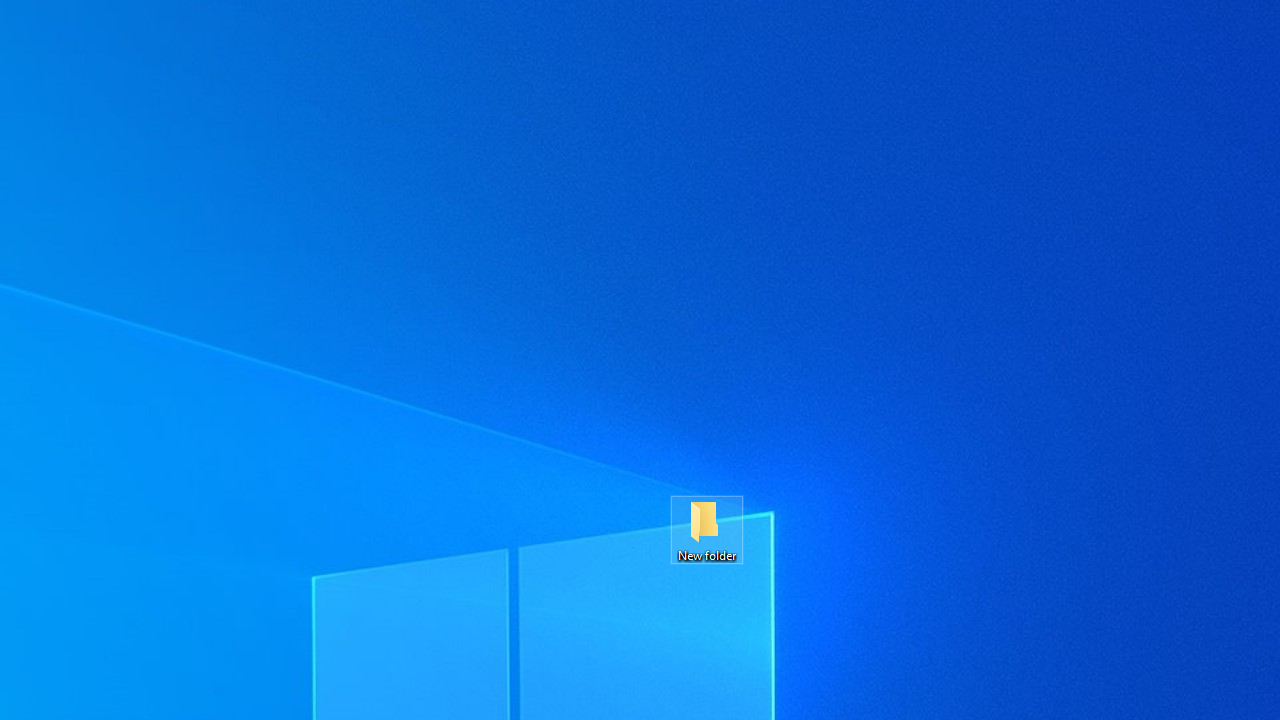 The height and width of the screenshot is (720, 1280). I want to click on 'New folder', so click(706, 529).